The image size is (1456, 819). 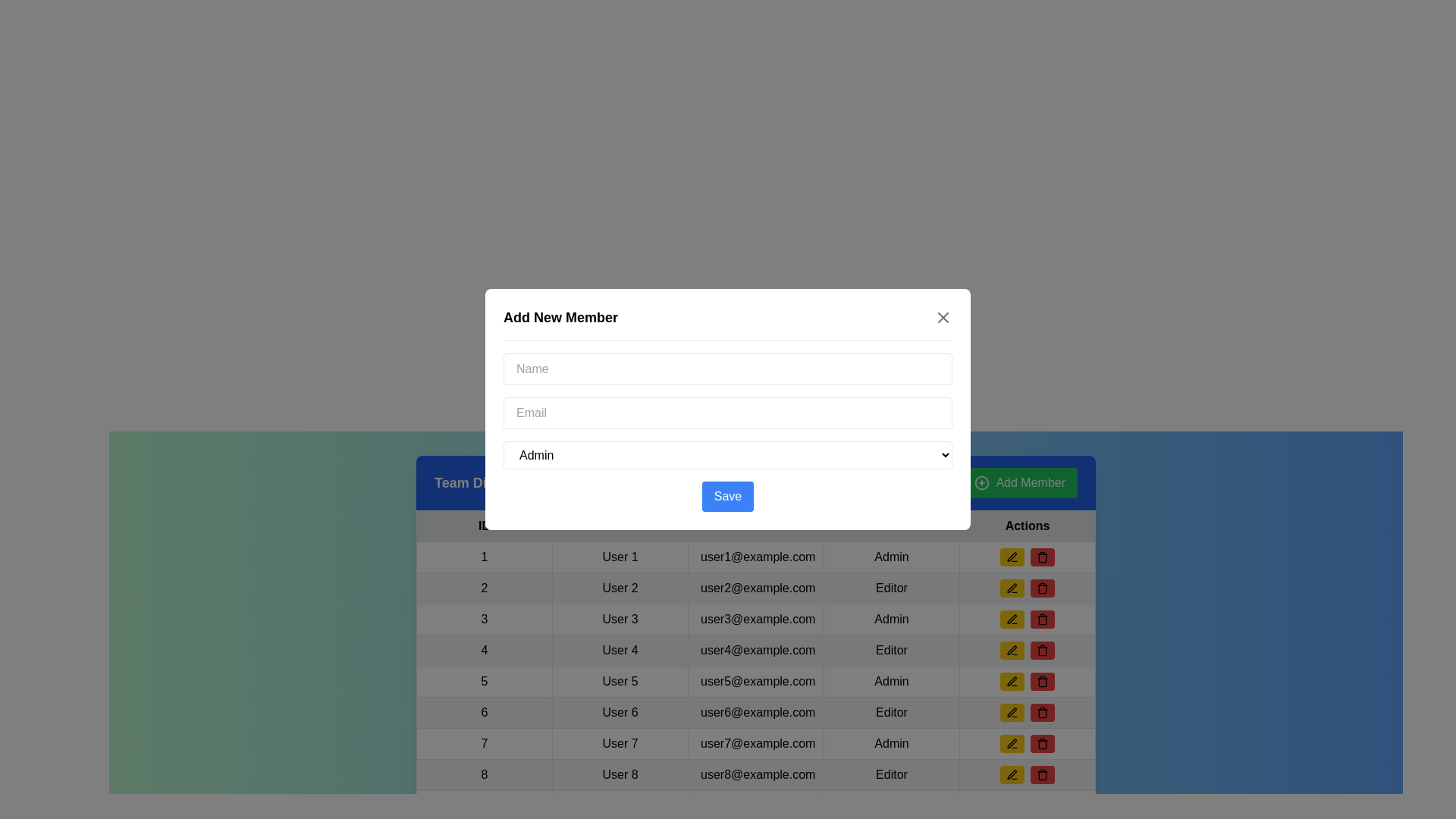 What do you see at coordinates (756, 649) in the screenshot?
I see `the fourth row of the table containing details about 'User 4', which includes an edit button and a delete button` at bounding box center [756, 649].